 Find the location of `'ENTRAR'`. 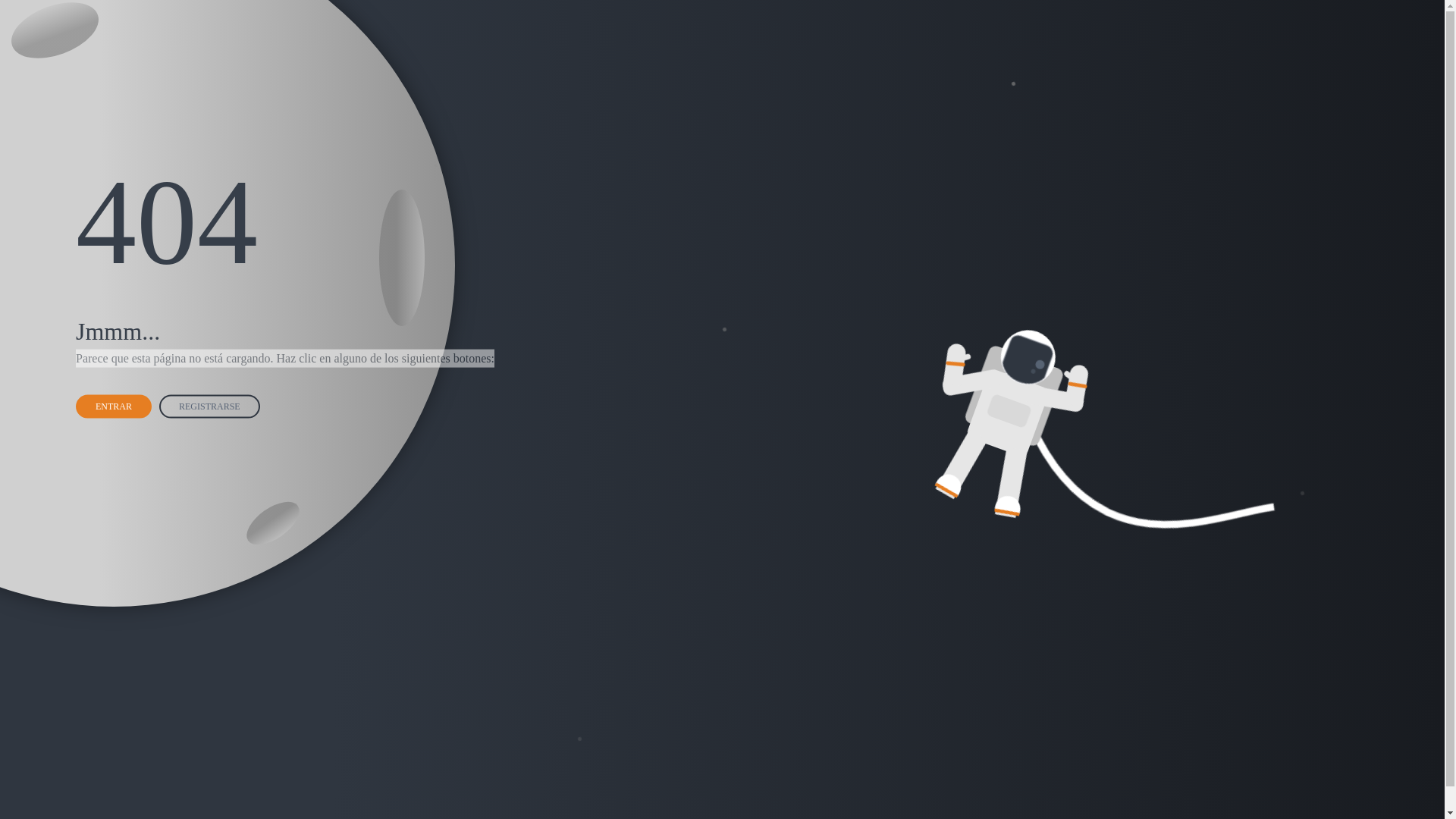

'ENTRAR' is located at coordinates (112, 406).